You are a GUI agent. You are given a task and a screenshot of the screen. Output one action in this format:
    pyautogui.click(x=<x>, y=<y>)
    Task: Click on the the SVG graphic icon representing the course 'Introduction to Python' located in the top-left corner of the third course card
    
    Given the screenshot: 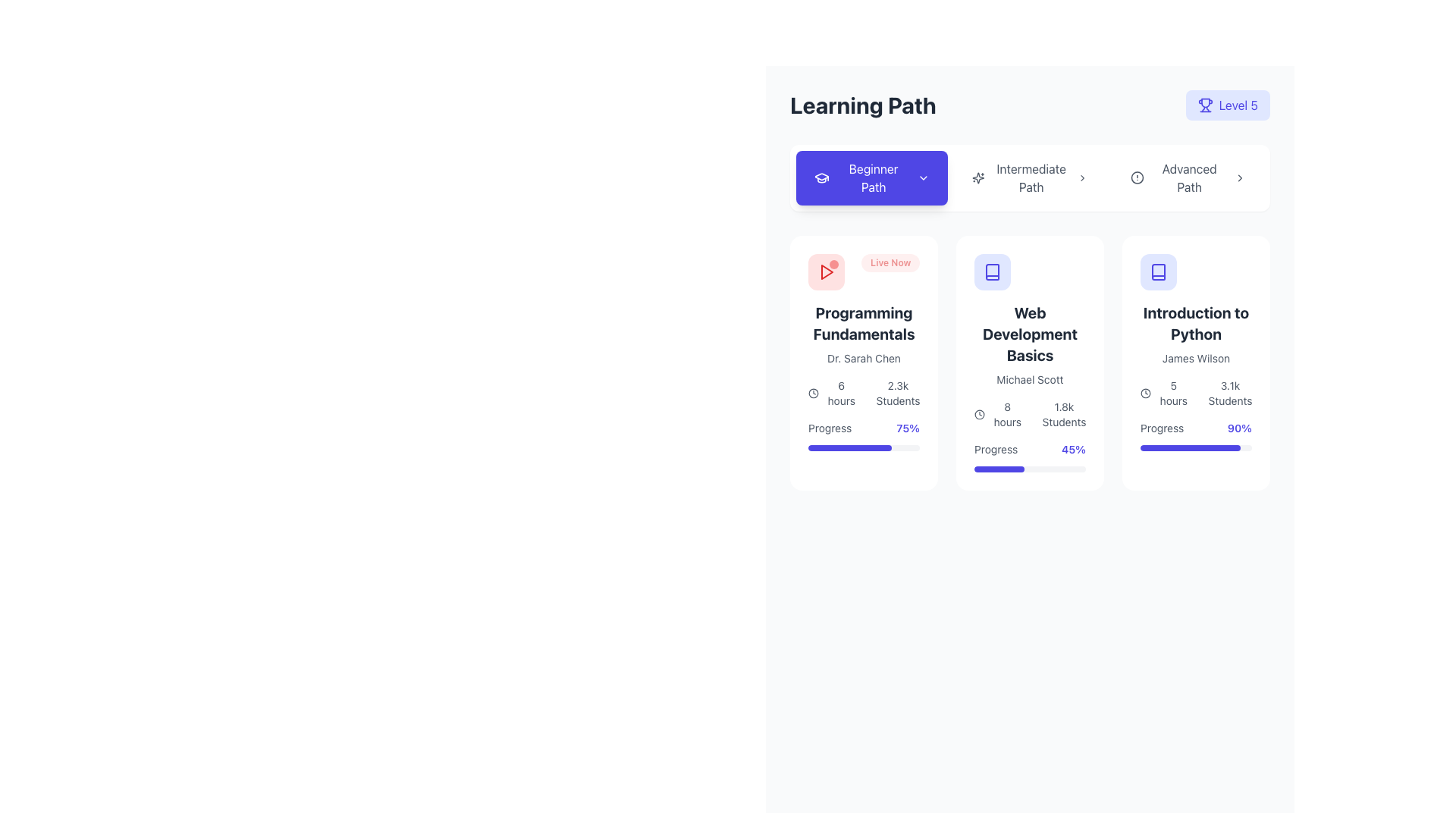 What is the action you would take?
    pyautogui.click(x=1157, y=271)
    